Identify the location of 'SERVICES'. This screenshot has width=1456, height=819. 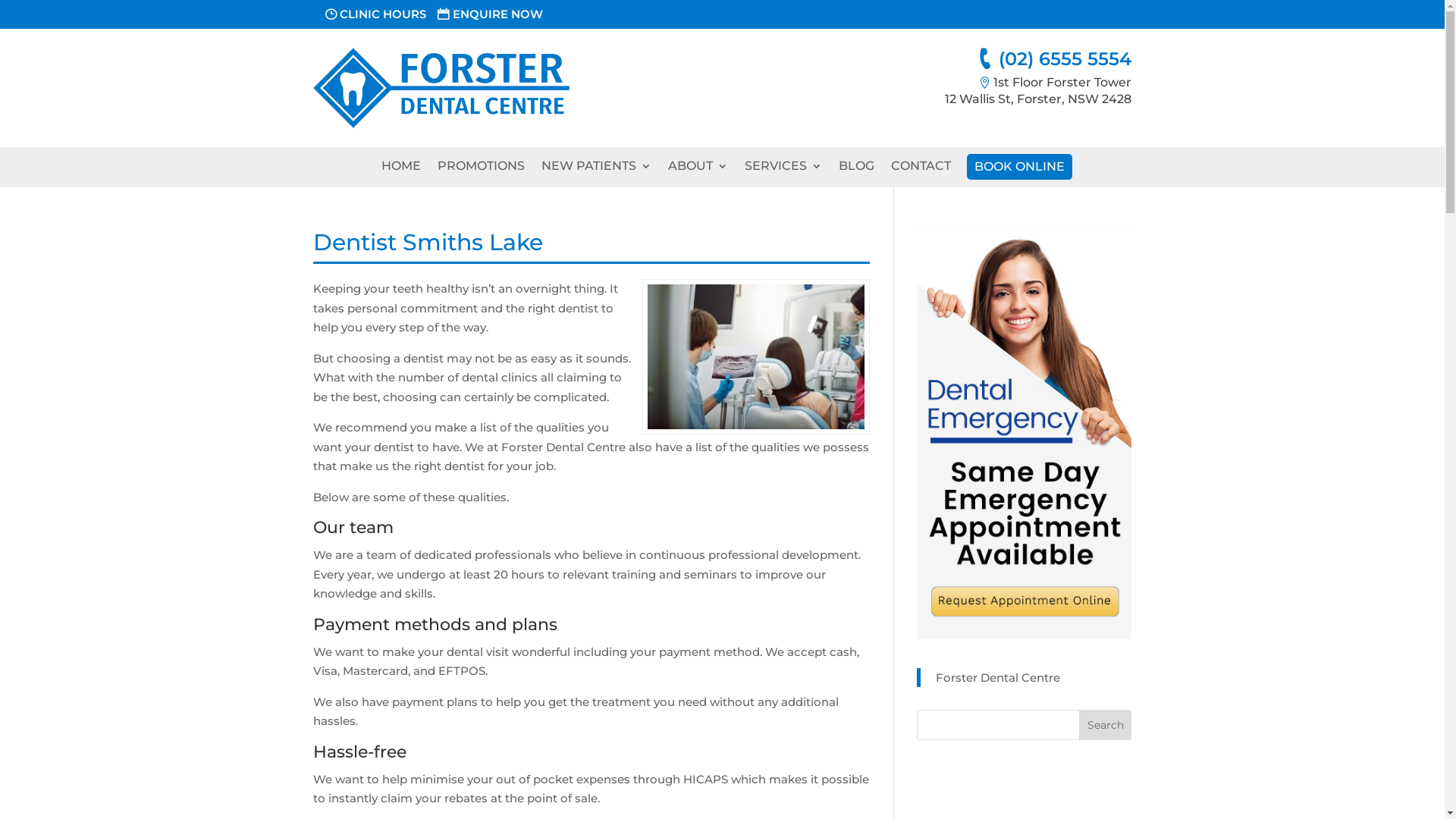
(783, 170).